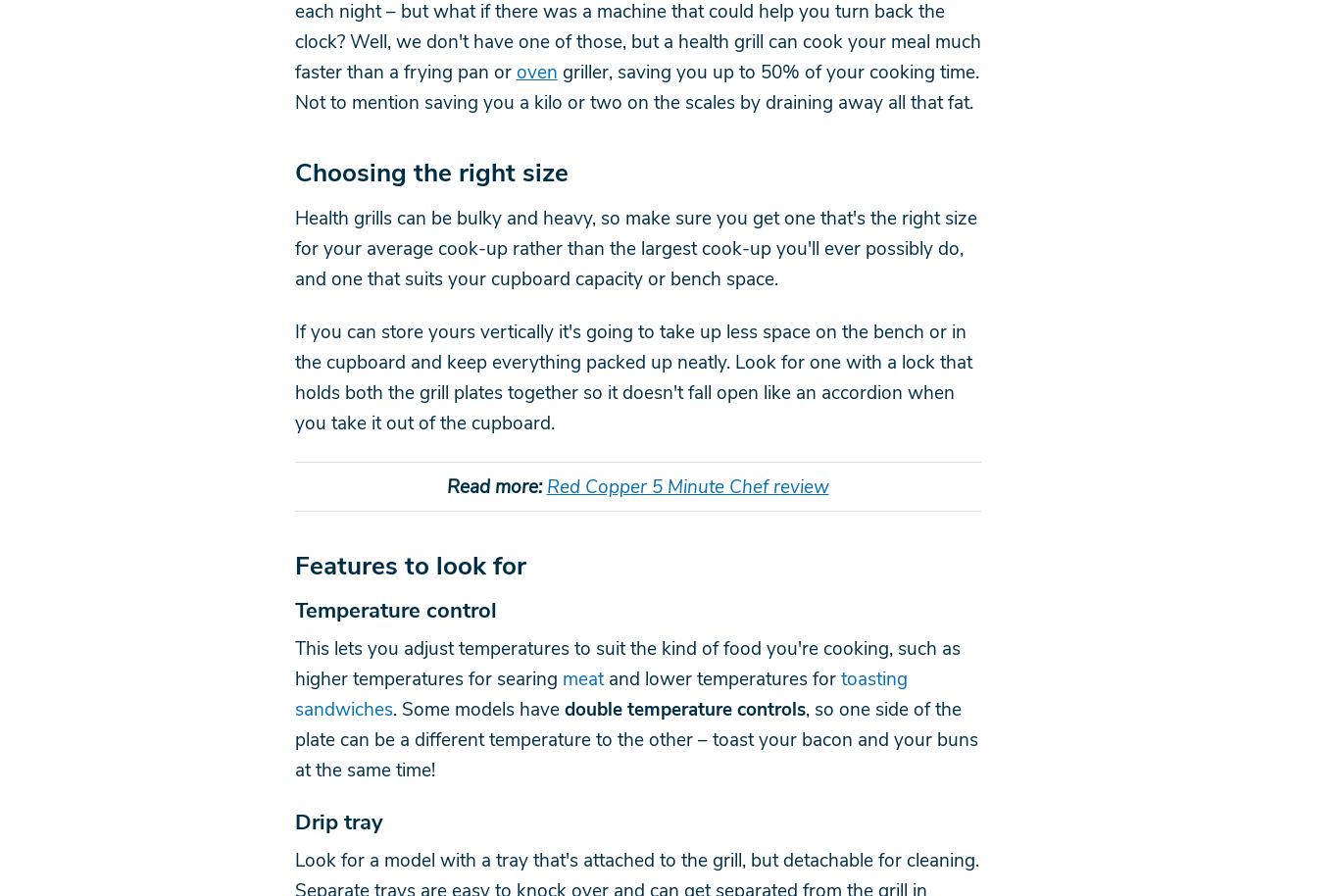 Image resolution: width=1339 pixels, height=896 pixels. I want to click on 'griller, saving you up to 50% of your cooking time. Not to mention saving you a kilo or two on the scales by draining away all that fat.', so click(634, 86).